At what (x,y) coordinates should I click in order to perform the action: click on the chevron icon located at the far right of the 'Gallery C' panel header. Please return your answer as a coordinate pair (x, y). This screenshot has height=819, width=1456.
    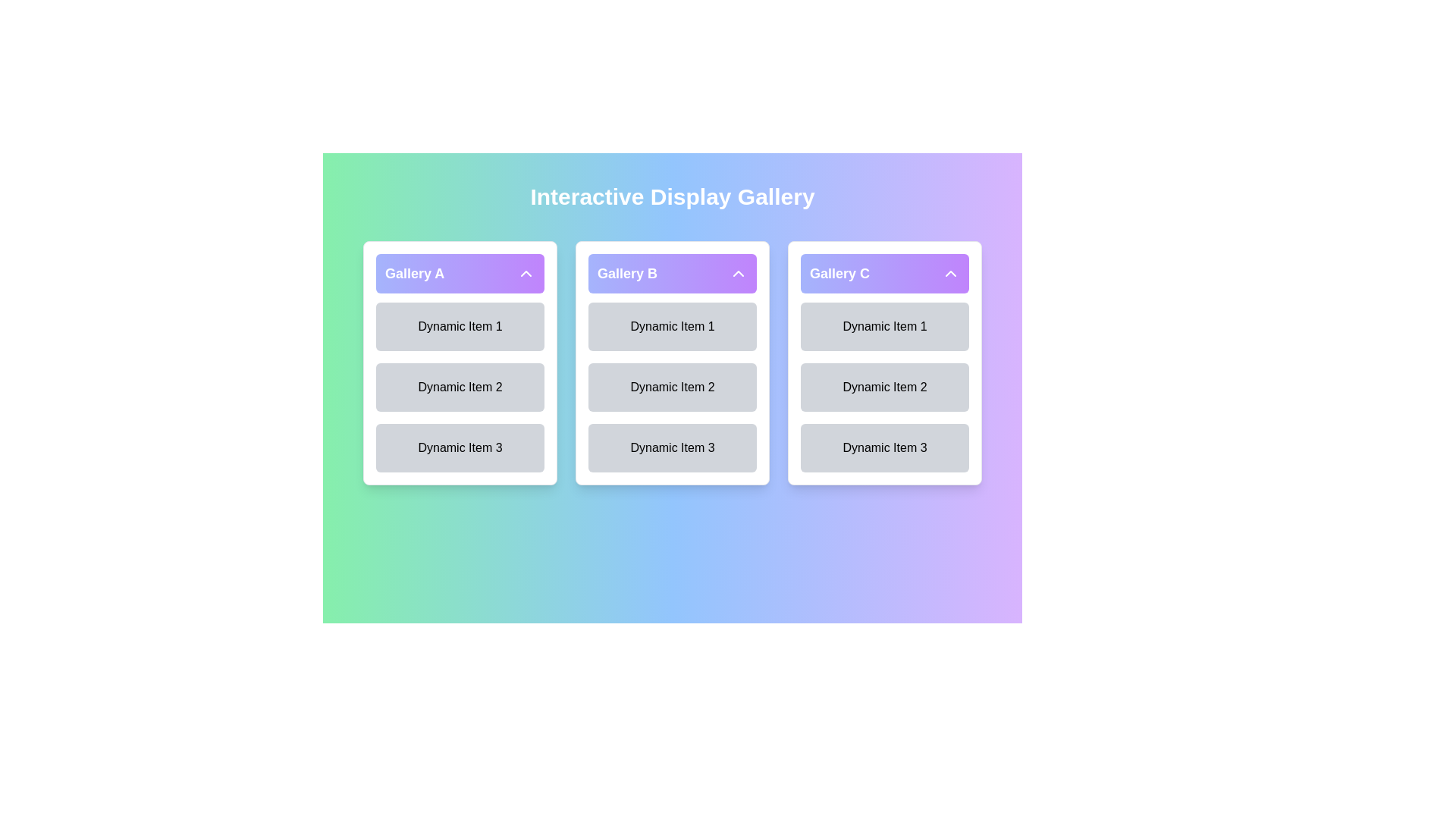
    Looking at the image, I should click on (949, 274).